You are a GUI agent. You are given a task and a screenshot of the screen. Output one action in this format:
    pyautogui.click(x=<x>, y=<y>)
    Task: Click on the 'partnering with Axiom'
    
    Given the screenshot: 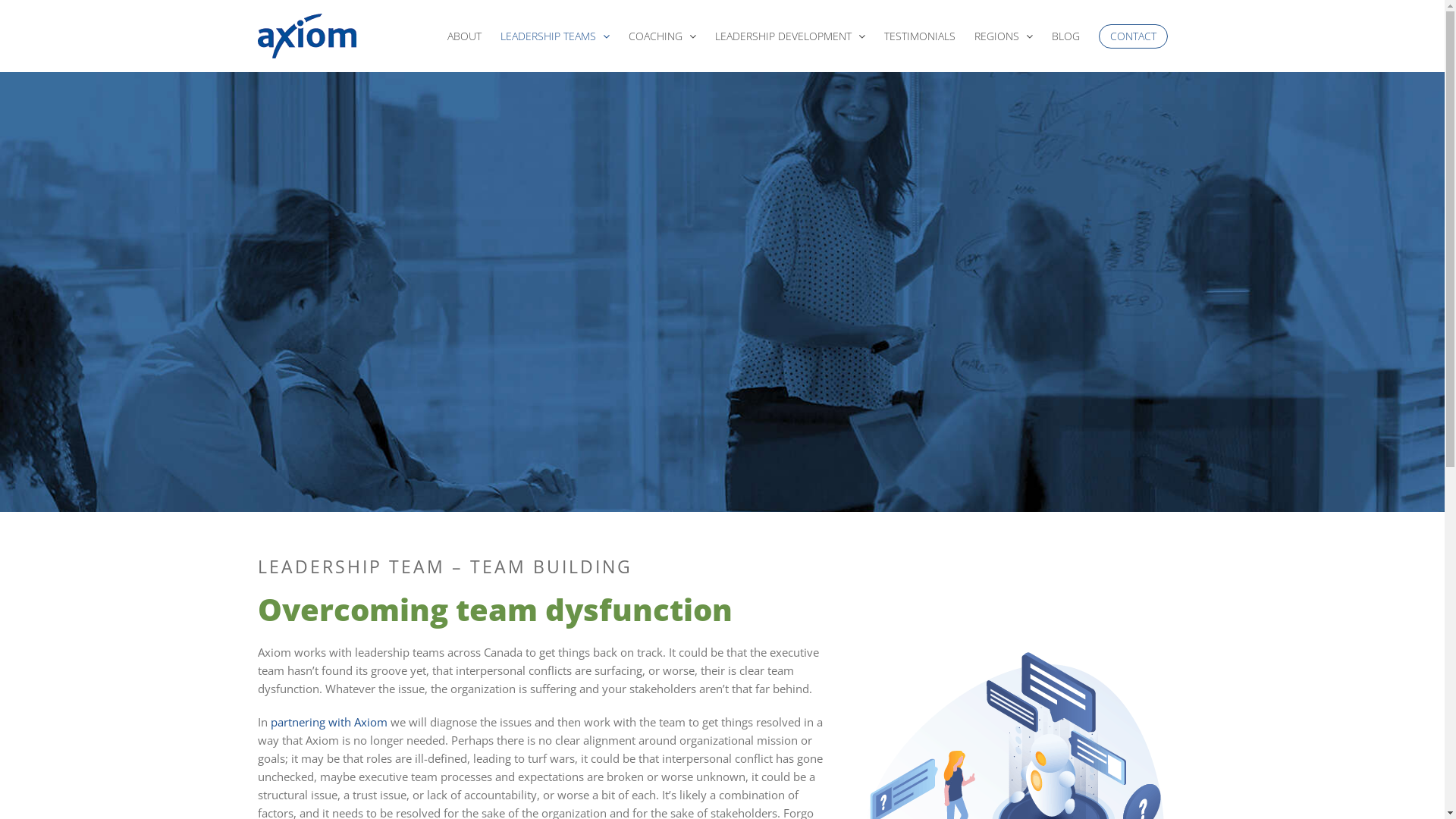 What is the action you would take?
    pyautogui.click(x=330, y=721)
    